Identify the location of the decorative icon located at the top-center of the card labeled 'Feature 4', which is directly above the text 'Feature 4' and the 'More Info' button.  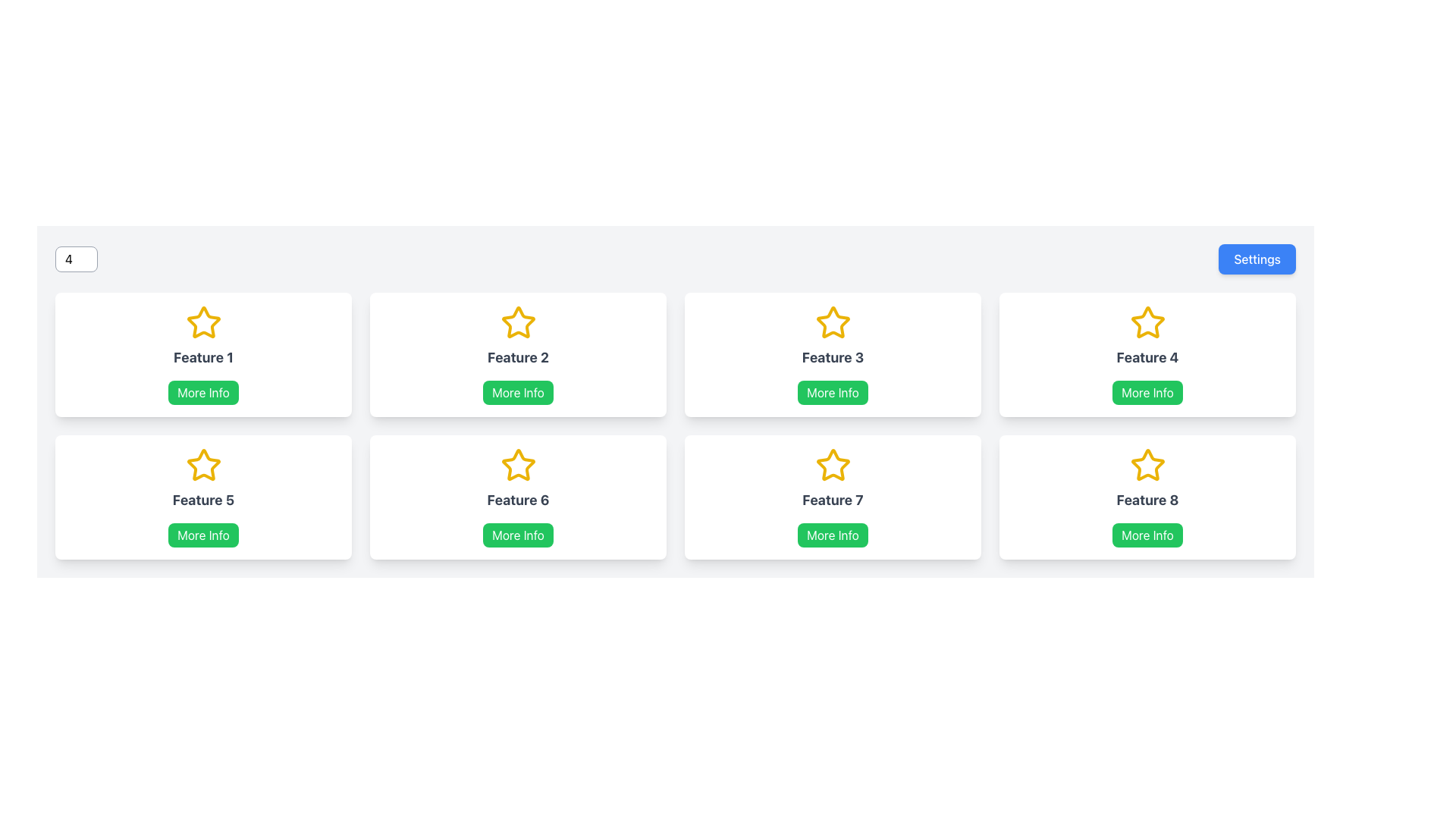
(1147, 322).